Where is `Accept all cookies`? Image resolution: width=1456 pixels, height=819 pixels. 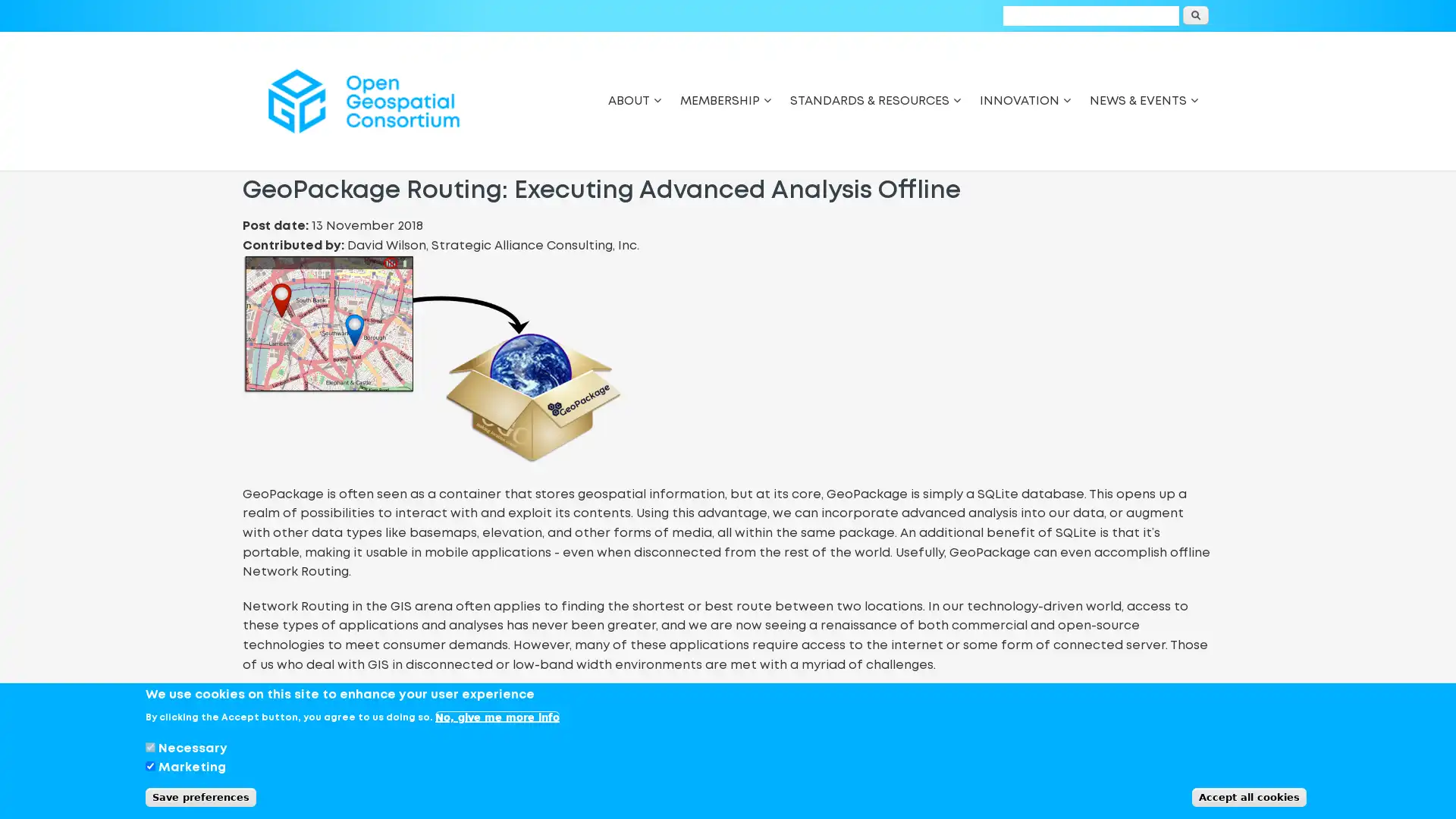
Accept all cookies is located at coordinates (1249, 796).